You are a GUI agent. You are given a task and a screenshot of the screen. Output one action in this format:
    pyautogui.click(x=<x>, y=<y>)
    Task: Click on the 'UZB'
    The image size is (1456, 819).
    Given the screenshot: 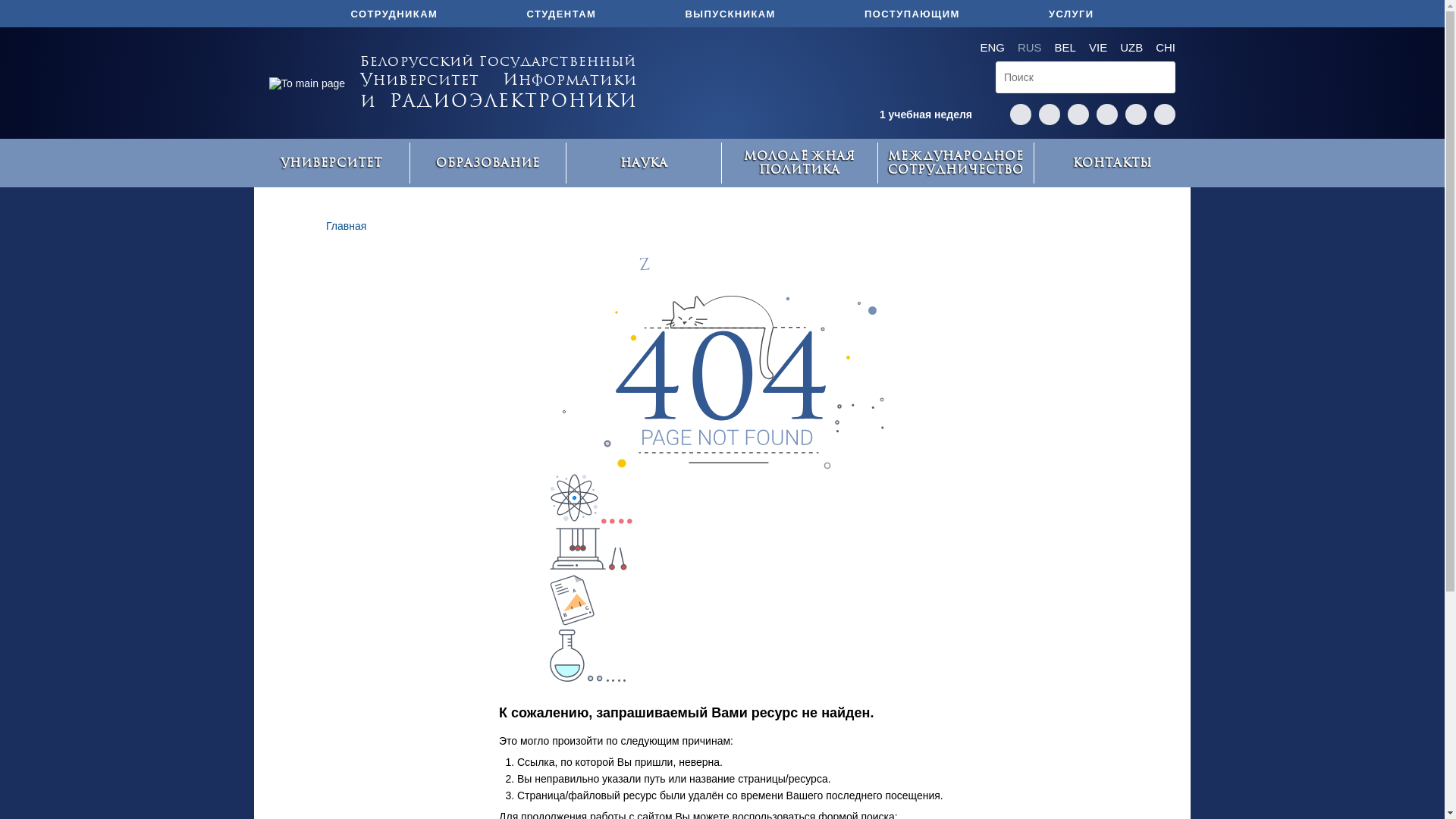 What is the action you would take?
    pyautogui.click(x=1131, y=46)
    